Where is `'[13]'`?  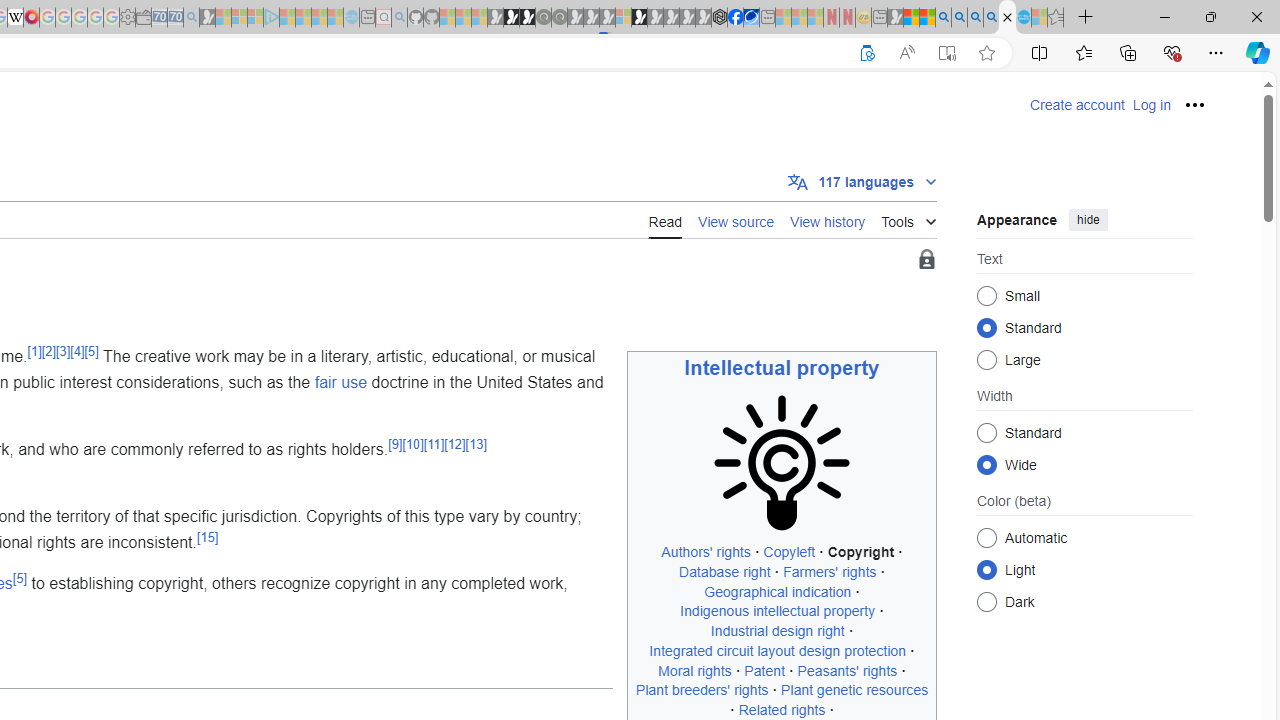 '[13]' is located at coordinates (474, 443).